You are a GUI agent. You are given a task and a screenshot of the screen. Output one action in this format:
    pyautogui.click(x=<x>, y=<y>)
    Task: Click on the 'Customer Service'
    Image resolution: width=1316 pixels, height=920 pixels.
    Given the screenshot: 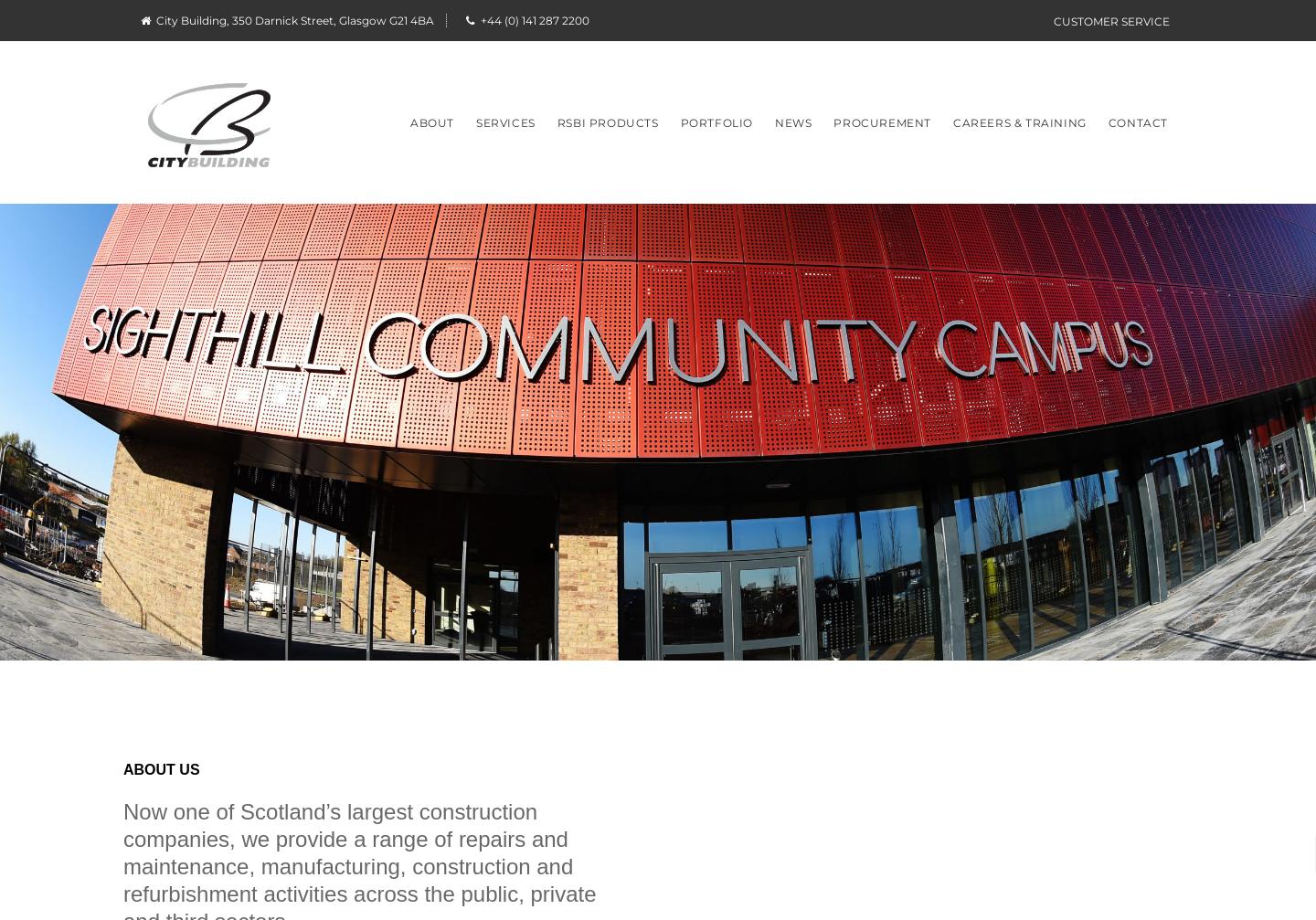 What is the action you would take?
    pyautogui.click(x=1110, y=20)
    